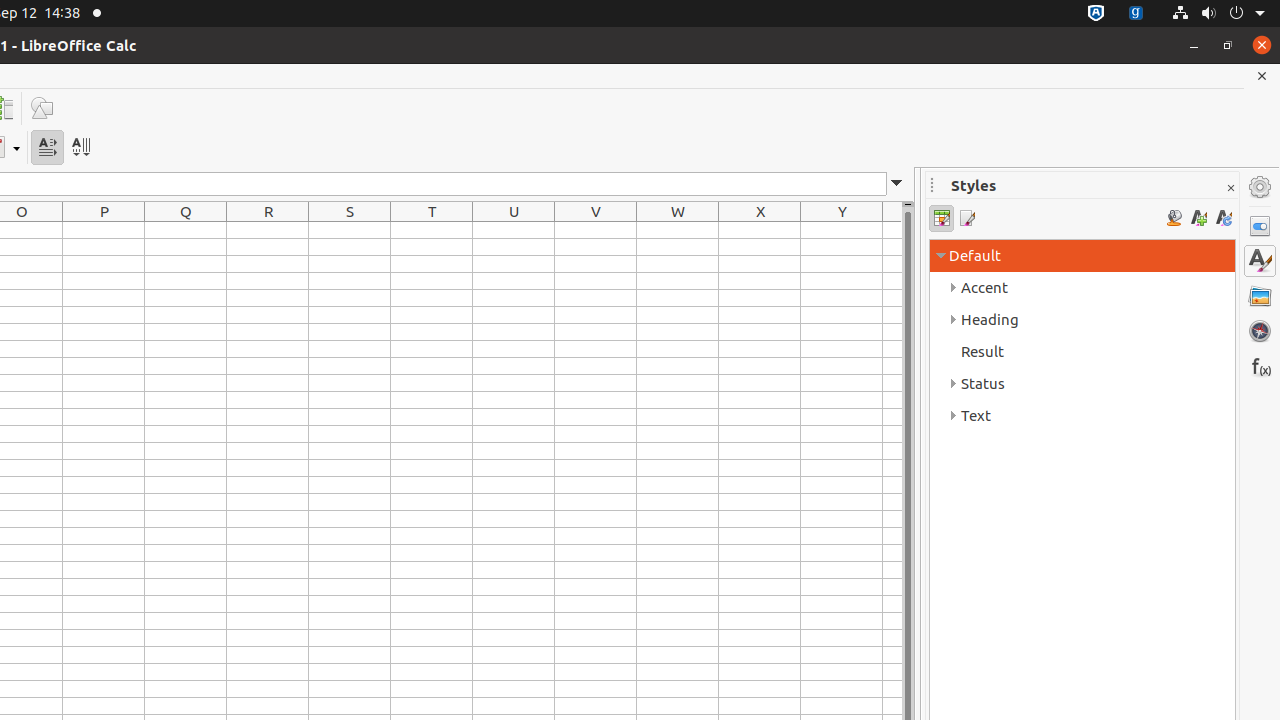 The height and width of the screenshot is (720, 1280). I want to click on 'Q1', so click(185, 229).